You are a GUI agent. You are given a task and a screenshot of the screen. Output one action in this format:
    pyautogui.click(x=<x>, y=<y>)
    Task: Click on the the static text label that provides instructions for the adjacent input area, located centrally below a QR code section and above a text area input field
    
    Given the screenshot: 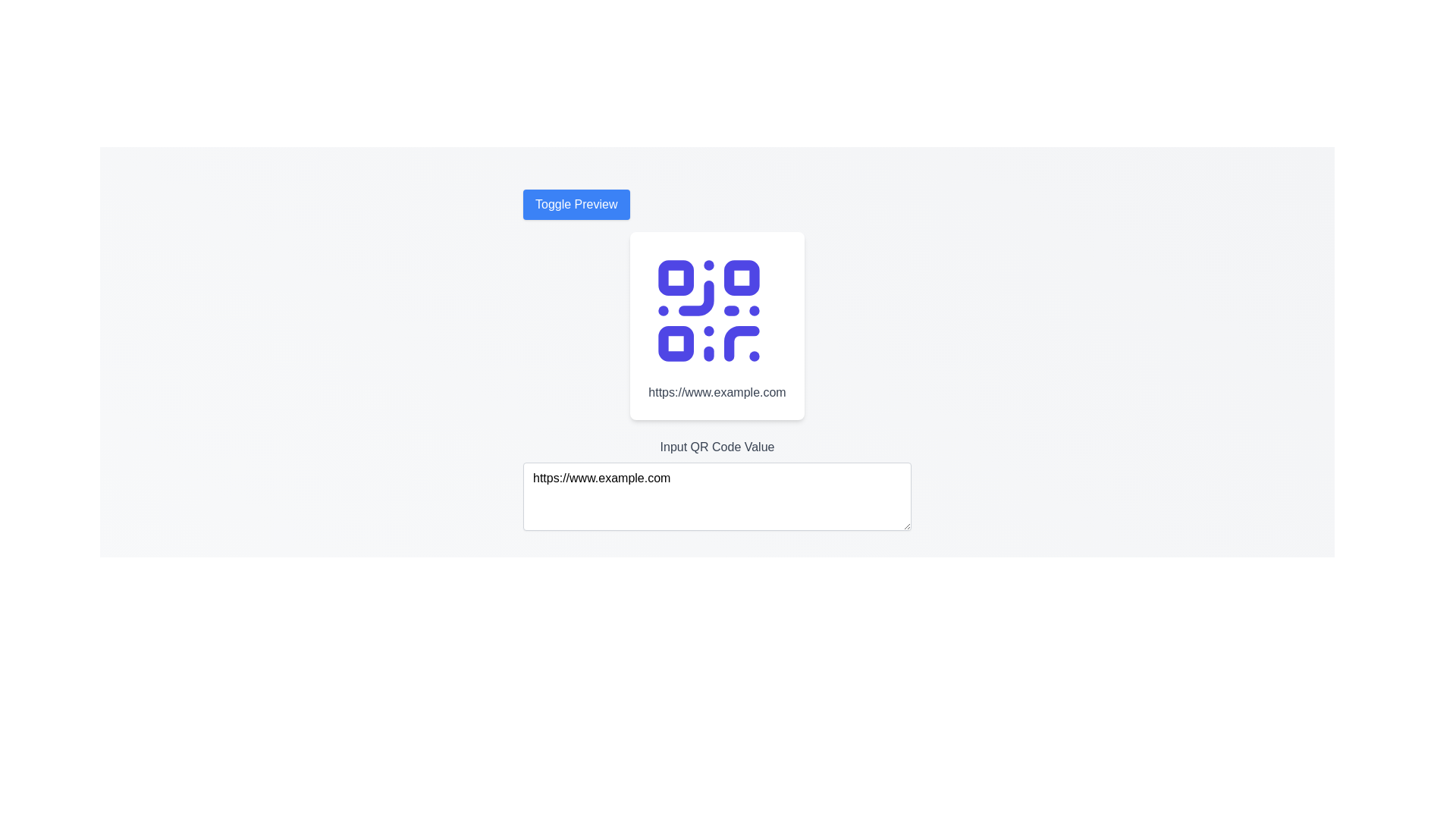 What is the action you would take?
    pyautogui.click(x=716, y=447)
    